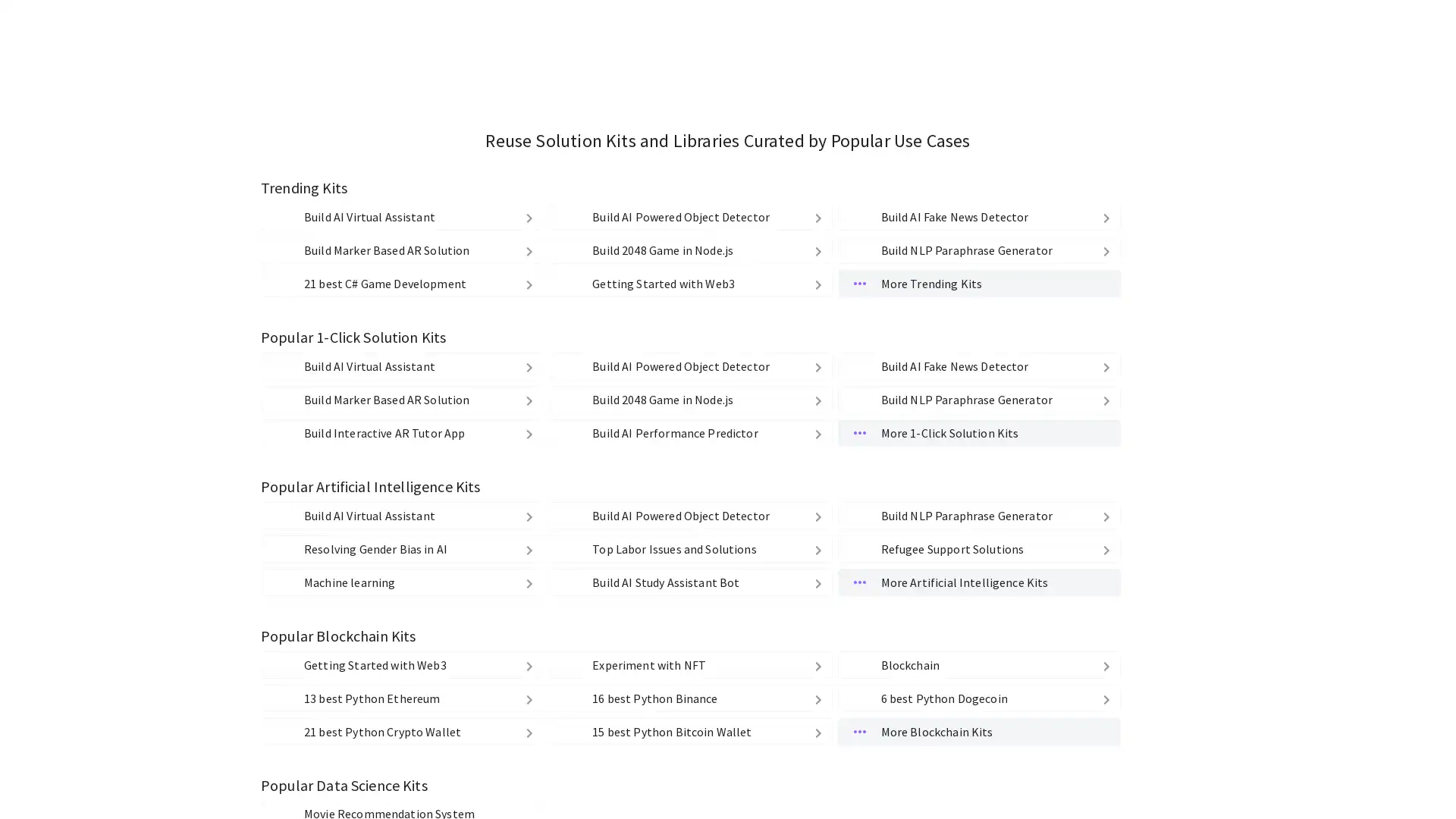  What do you see at coordinates (509, 598) in the screenshot?
I see `delete` at bounding box center [509, 598].